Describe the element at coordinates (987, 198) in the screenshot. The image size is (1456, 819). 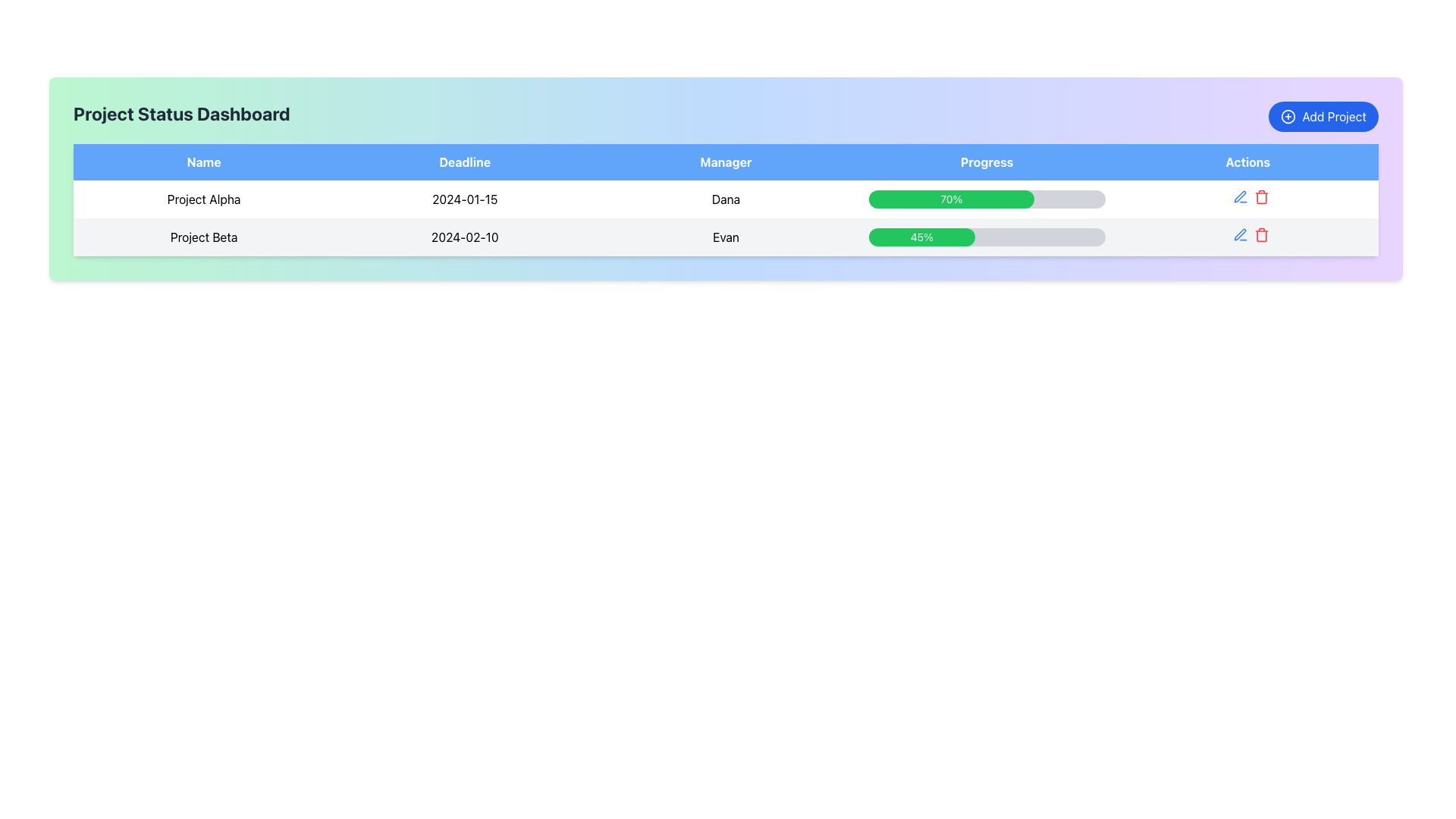
I see `the visual progress of the progress bar that displays '70%' in white within the green filled section, located in the 'Progress' column of the first row adjacent to the 'Dana' entry in the 'Manager' column` at that location.